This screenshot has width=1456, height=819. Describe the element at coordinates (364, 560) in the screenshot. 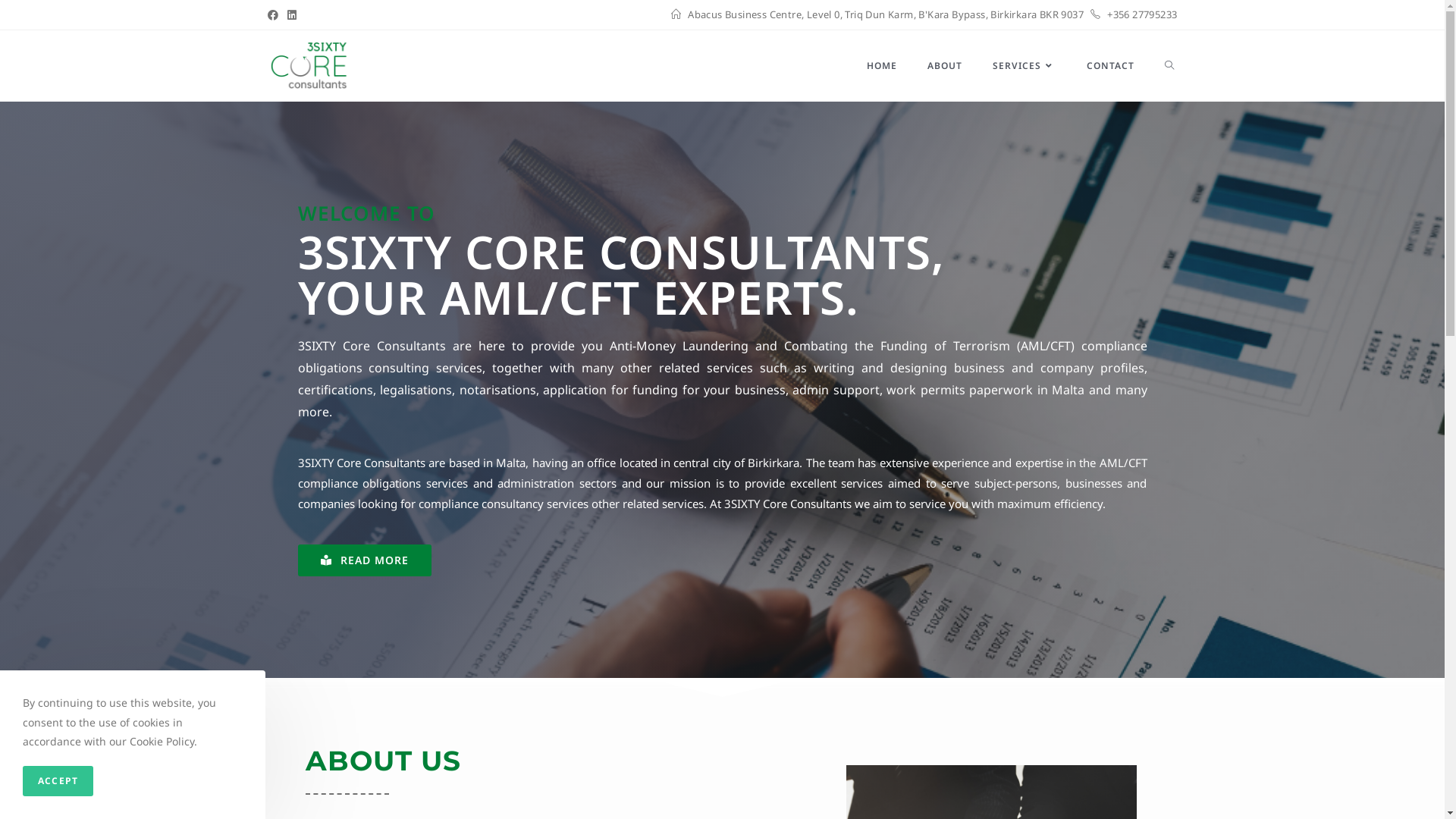

I see `'READ MORE'` at that location.